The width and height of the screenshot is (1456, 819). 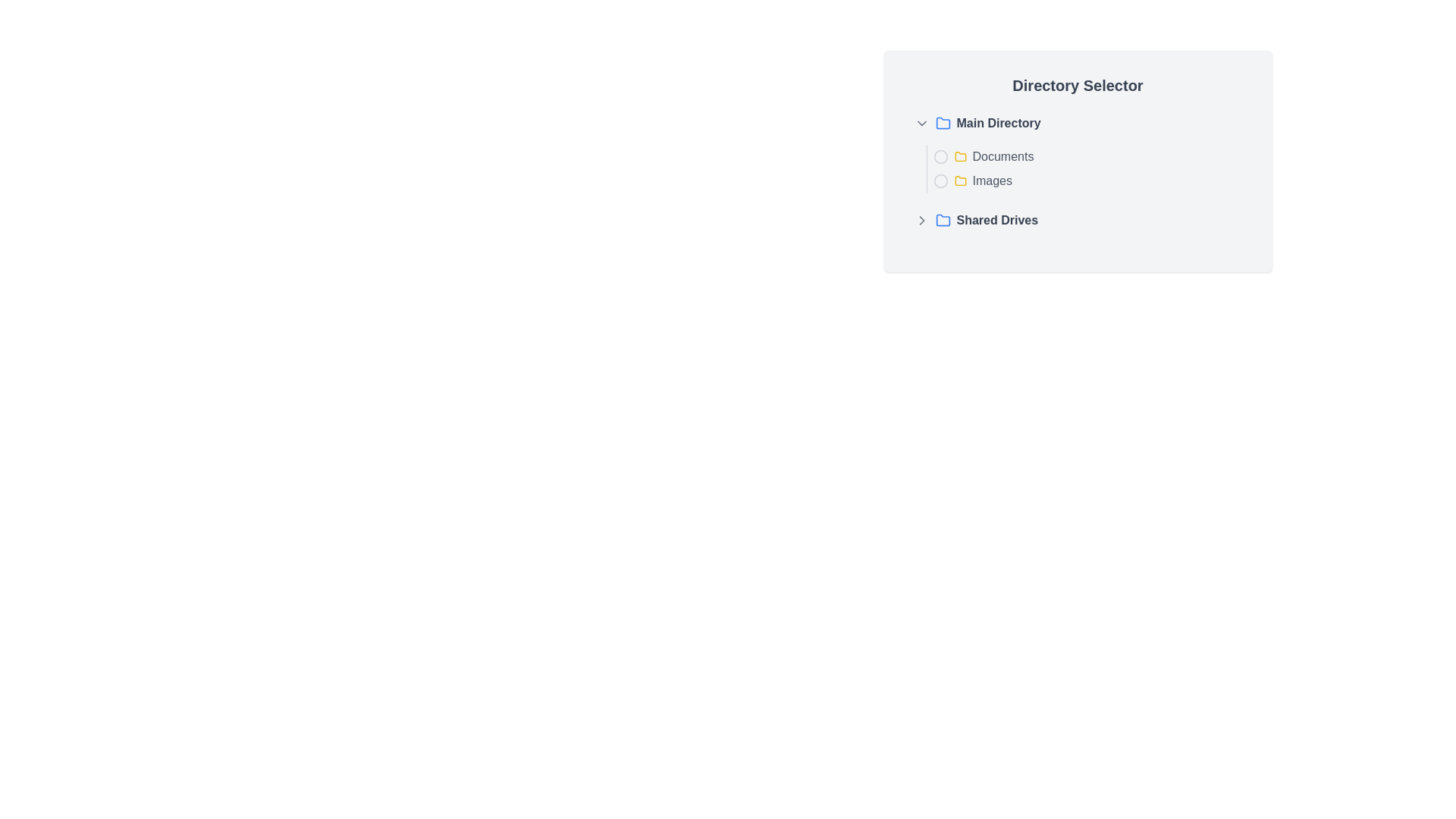 What do you see at coordinates (921, 220) in the screenshot?
I see `the chevron icon pointing to the right, located at the far left of the 'Shared Drives' row` at bounding box center [921, 220].